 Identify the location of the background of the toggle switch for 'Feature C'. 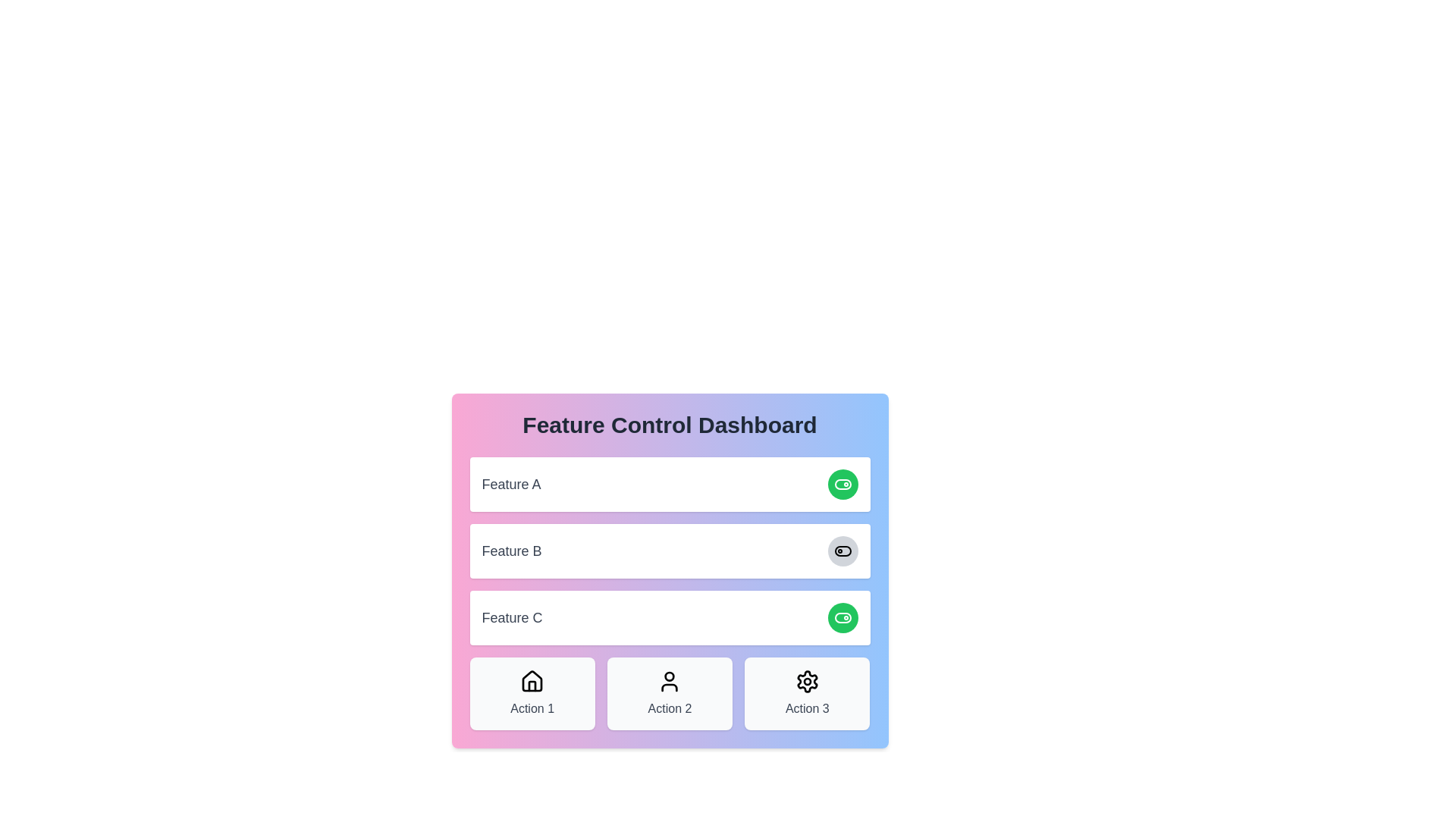
(842, 617).